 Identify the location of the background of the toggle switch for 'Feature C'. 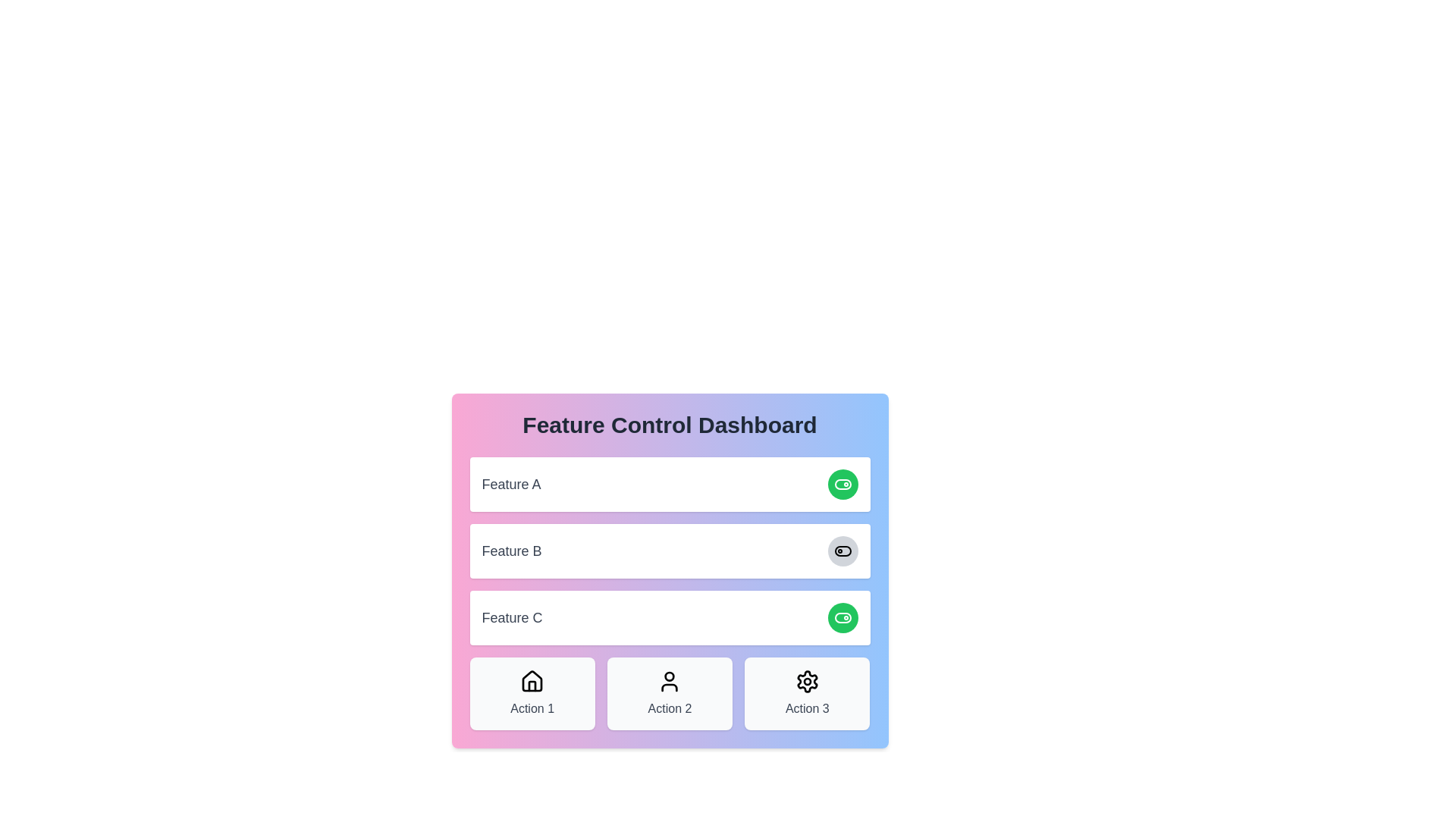
(842, 617).